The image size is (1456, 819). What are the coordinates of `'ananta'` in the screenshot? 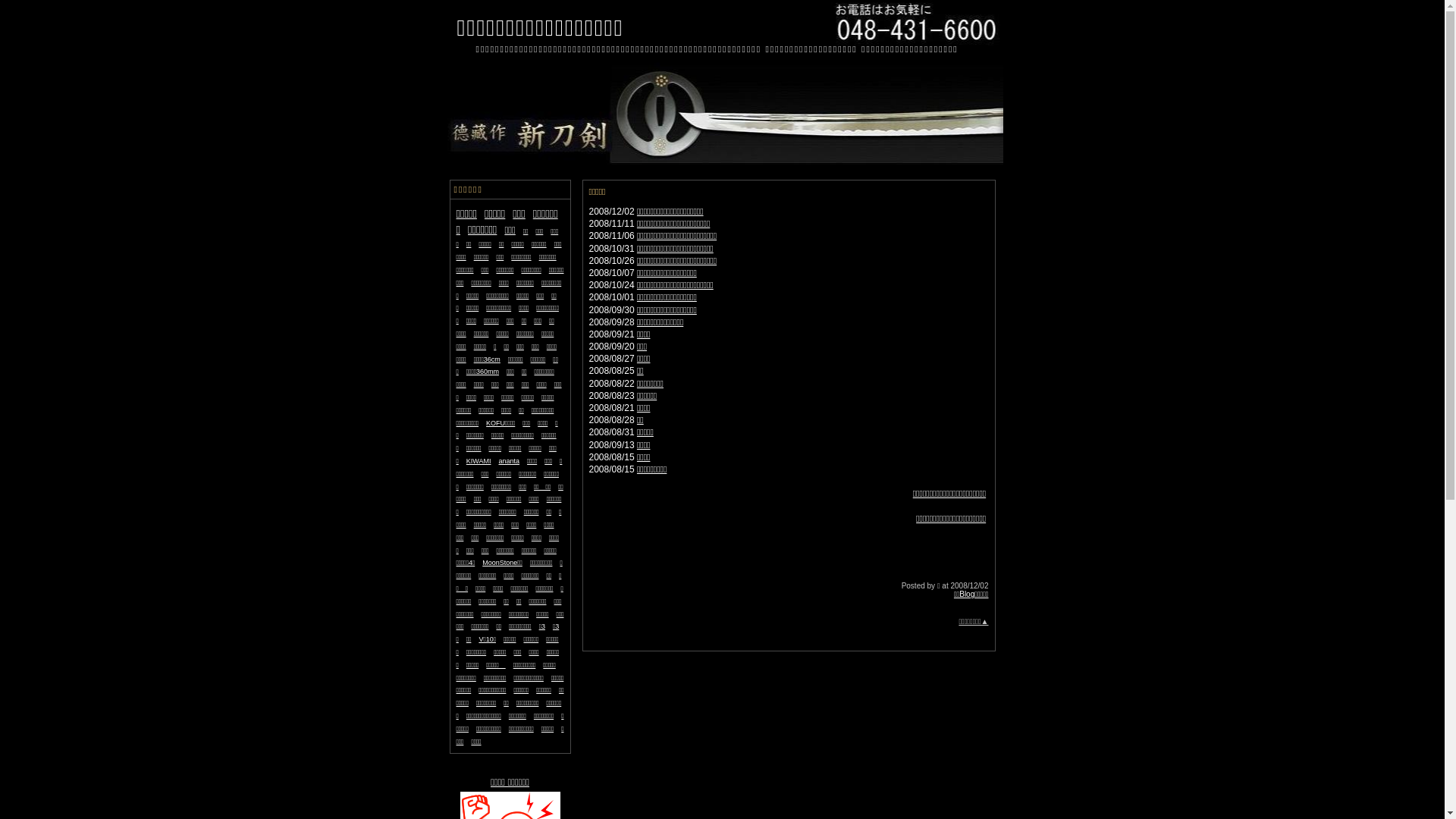 It's located at (510, 459).